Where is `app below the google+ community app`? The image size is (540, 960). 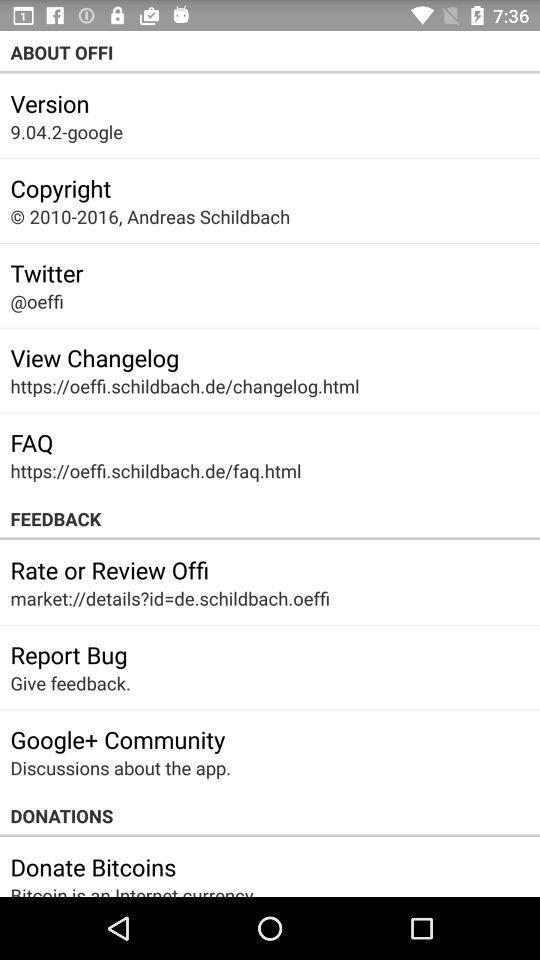
app below the google+ community app is located at coordinates (120, 767).